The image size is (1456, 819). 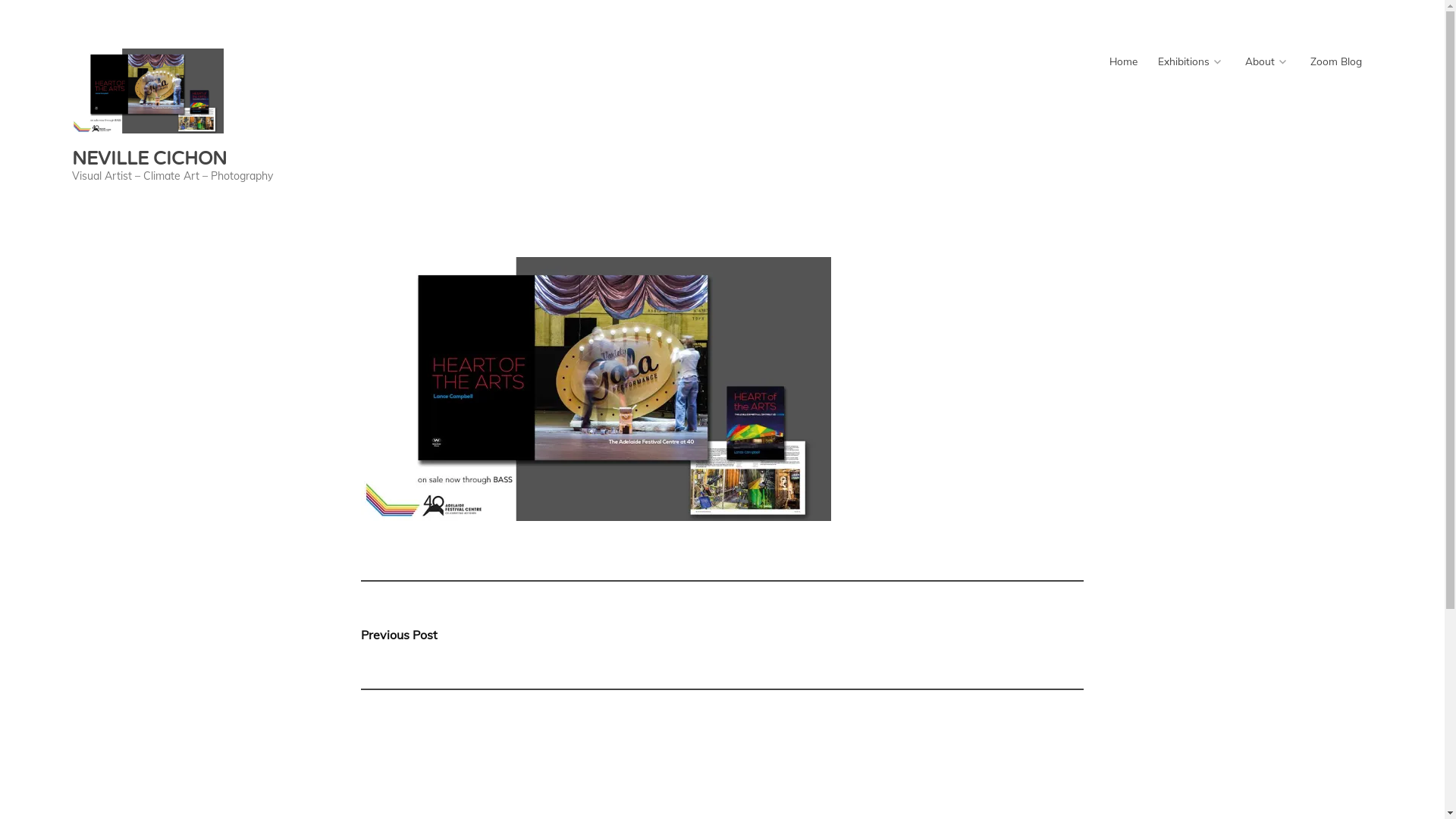 I want to click on 'About', so click(x=1266, y=61).